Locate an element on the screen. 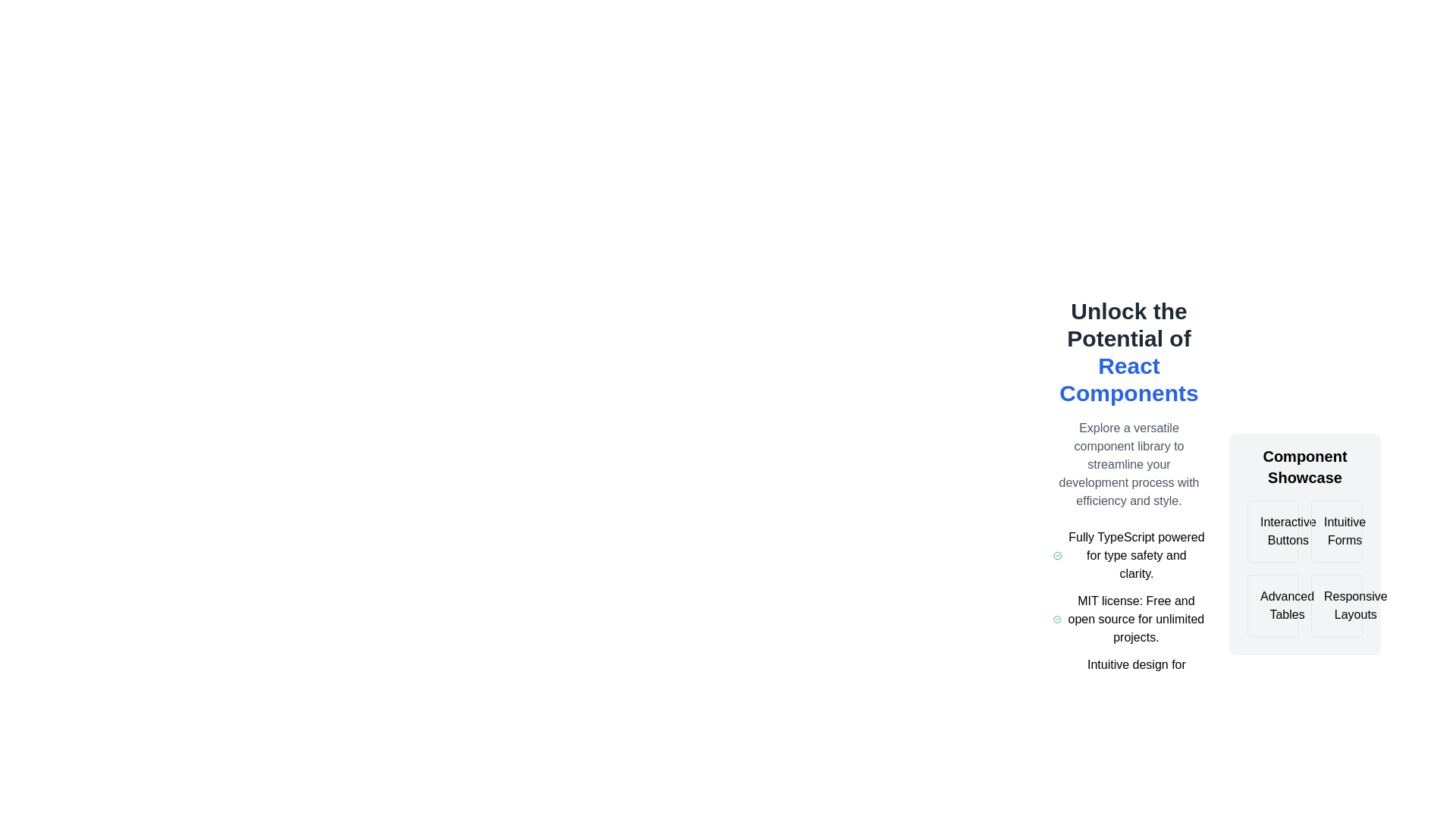 This screenshot has height=819, width=1456. the prominent header text that reads 'Unlock the Potential of React Components', which is styled in bold and extra-large font, with 'React Components' emphasized in blue is located at coordinates (1128, 353).